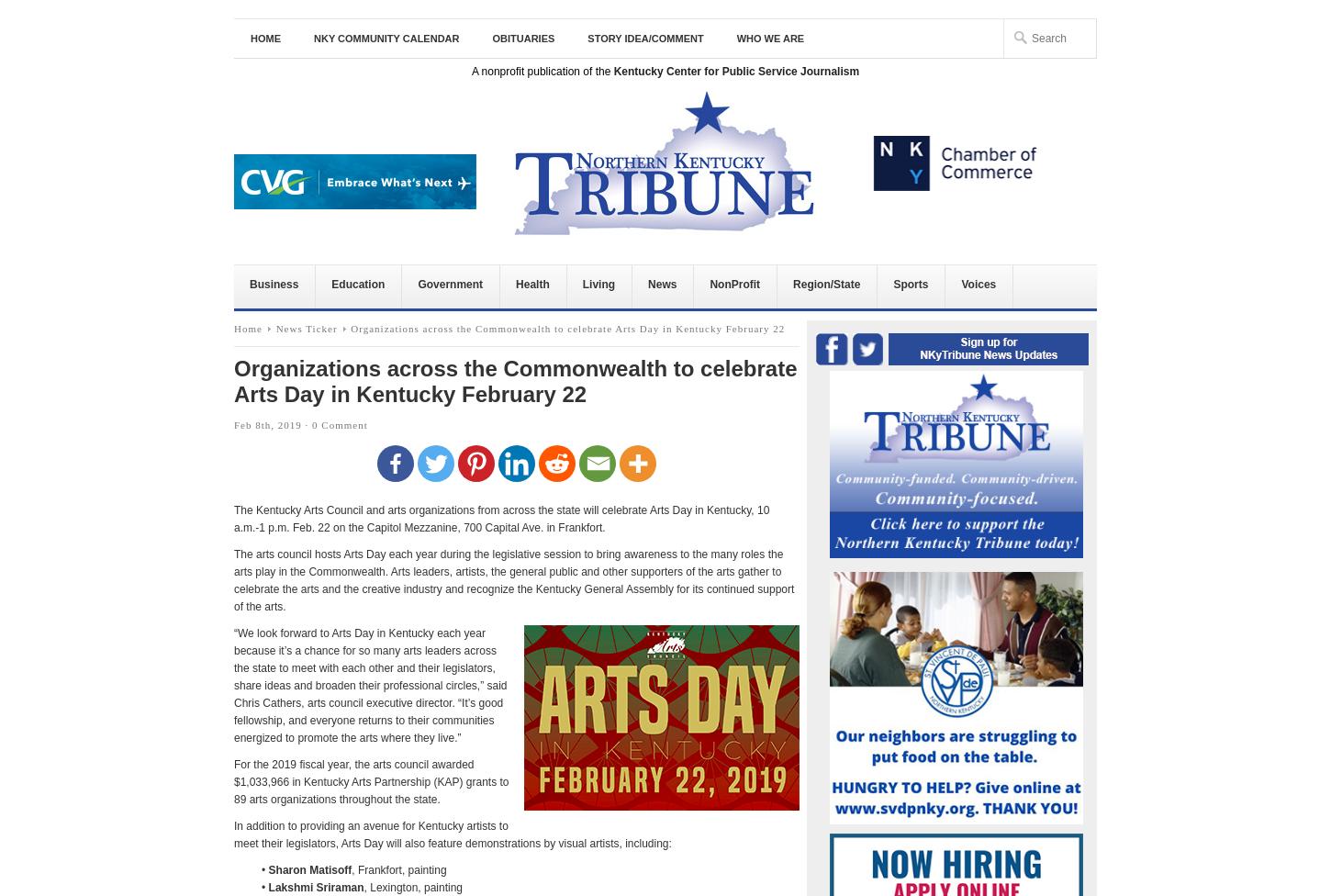  Describe the element at coordinates (357, 284) in the screenshot. I see `'Education'` at that location.